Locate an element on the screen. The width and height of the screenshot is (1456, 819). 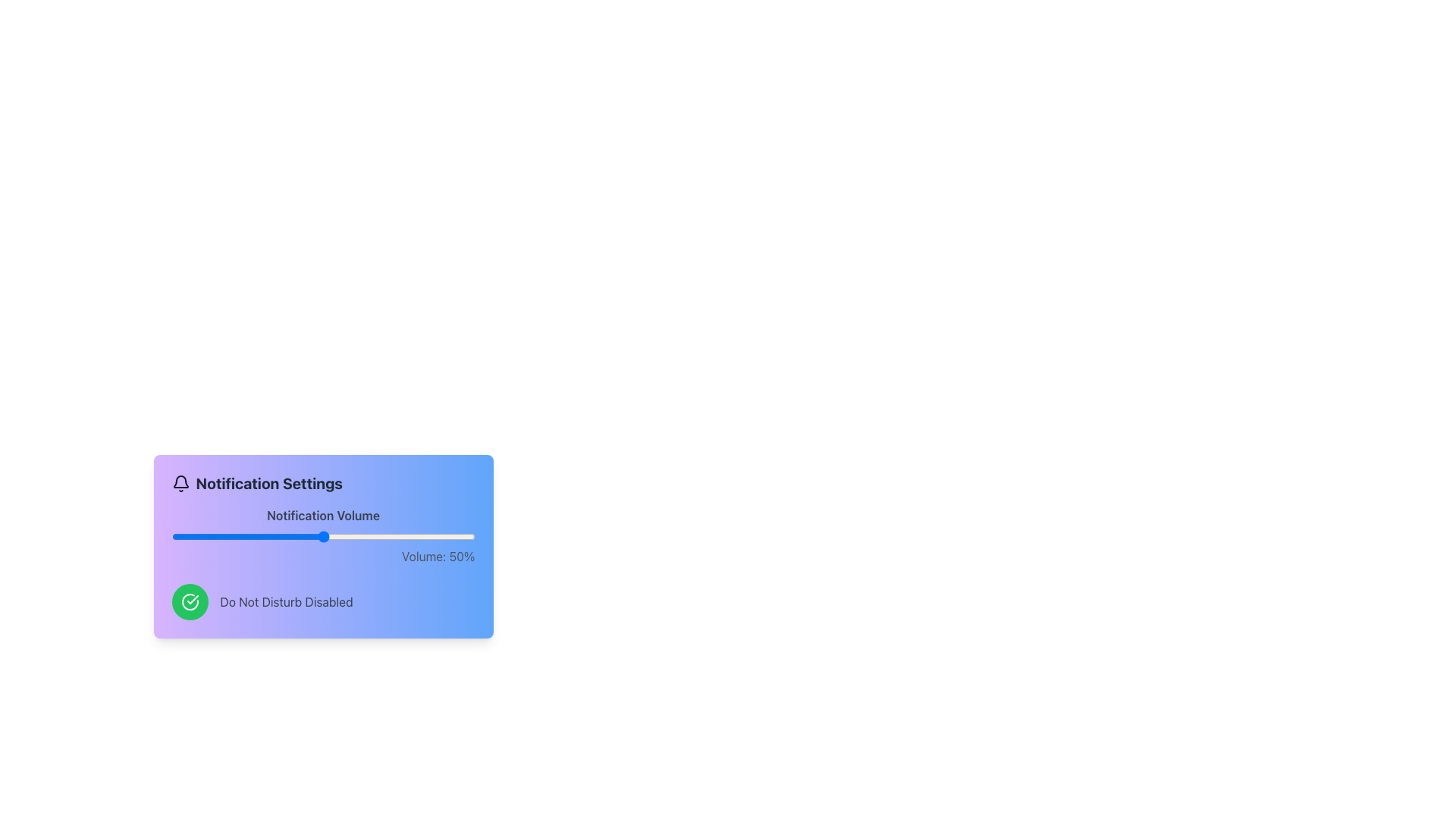
the small checkmark icon within the green circular graphic located at the bottom-left of the notification settings card, adjacent to 'Do Not Disturb Disabled', to interact with it and potentially toggle the setting is located at coordinates (192, 598).